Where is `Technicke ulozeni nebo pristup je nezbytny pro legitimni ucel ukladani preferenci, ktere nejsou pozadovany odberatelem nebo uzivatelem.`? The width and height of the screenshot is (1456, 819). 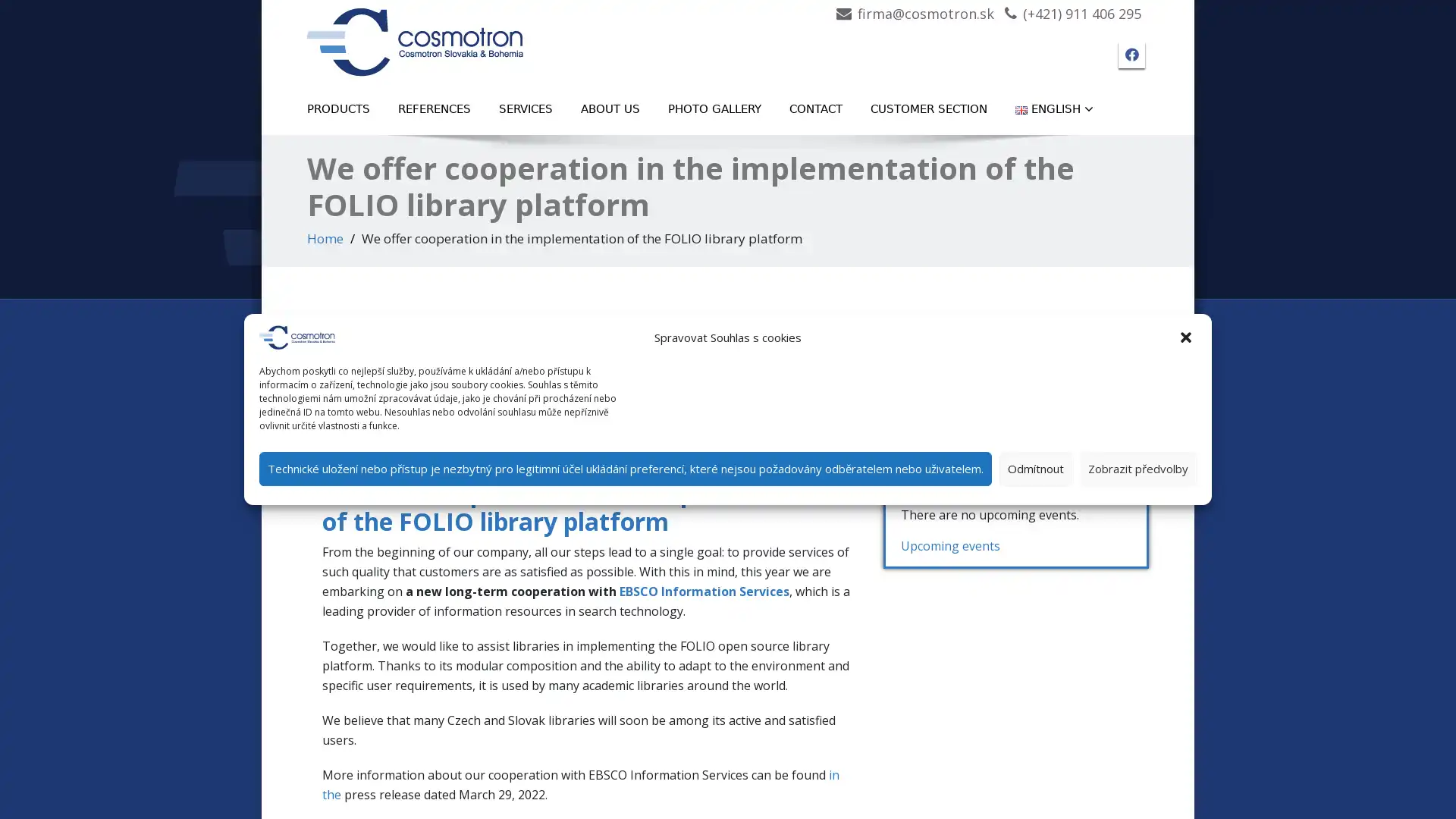
Technicke ulozeni nebo pristup je nezbytny pro legitimni ucel ukladani preferenci, ktere nejsou pozadovany odberatelem nebo uzivatelem. is located at coordinates (626, 467).